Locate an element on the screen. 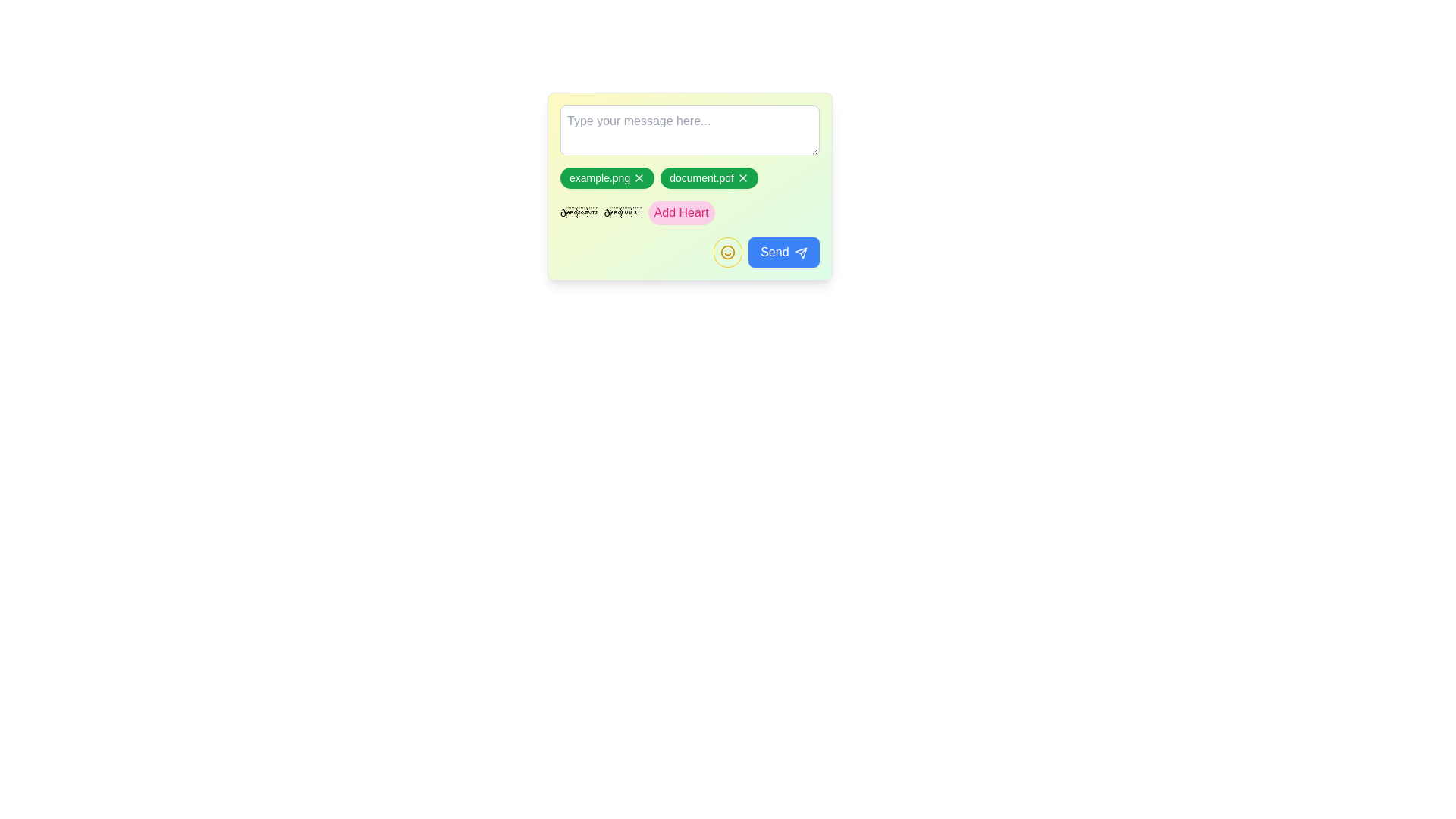 The image size is (1456, 819). the file tag displaying 'example.png' to focus or select it is located at coordinates (607, 177).